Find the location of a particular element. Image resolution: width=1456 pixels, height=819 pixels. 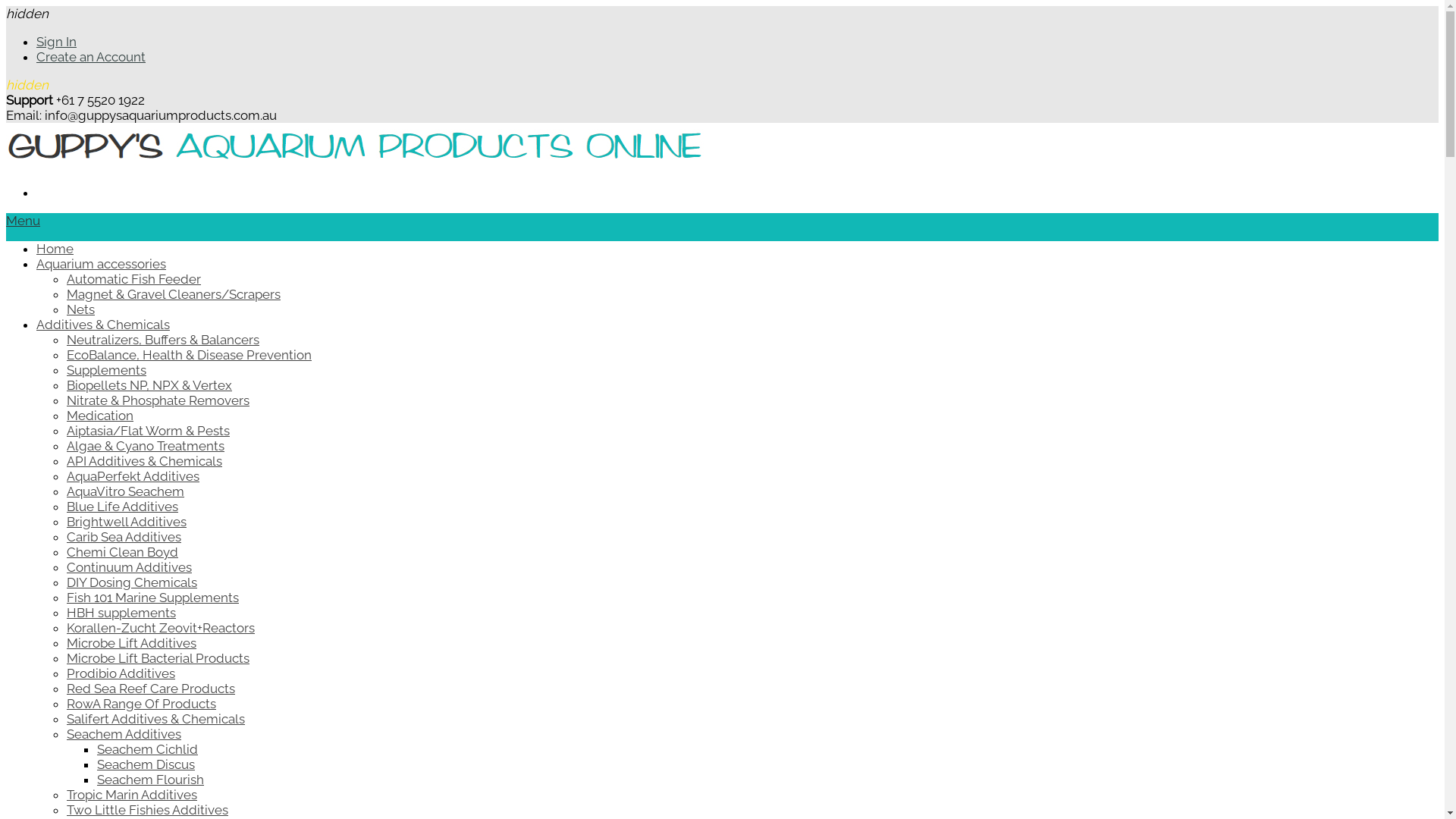

'Prodibio Additives' is located at coordinates (65, 672).